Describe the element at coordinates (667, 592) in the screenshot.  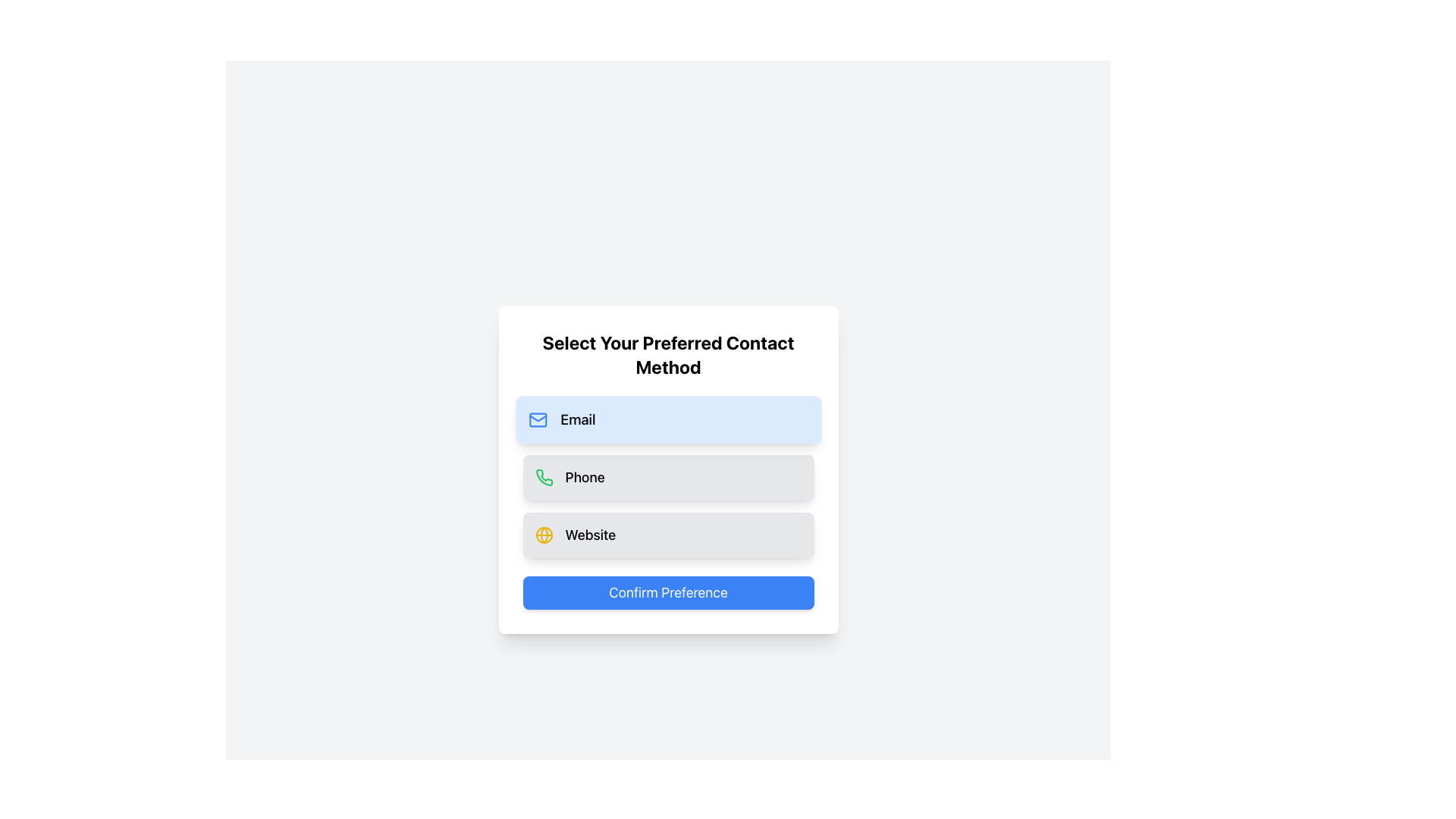
I see `the wide rectangular blue button labeled 'Confirm Preference' located at the bottom of the interface card` at that location.